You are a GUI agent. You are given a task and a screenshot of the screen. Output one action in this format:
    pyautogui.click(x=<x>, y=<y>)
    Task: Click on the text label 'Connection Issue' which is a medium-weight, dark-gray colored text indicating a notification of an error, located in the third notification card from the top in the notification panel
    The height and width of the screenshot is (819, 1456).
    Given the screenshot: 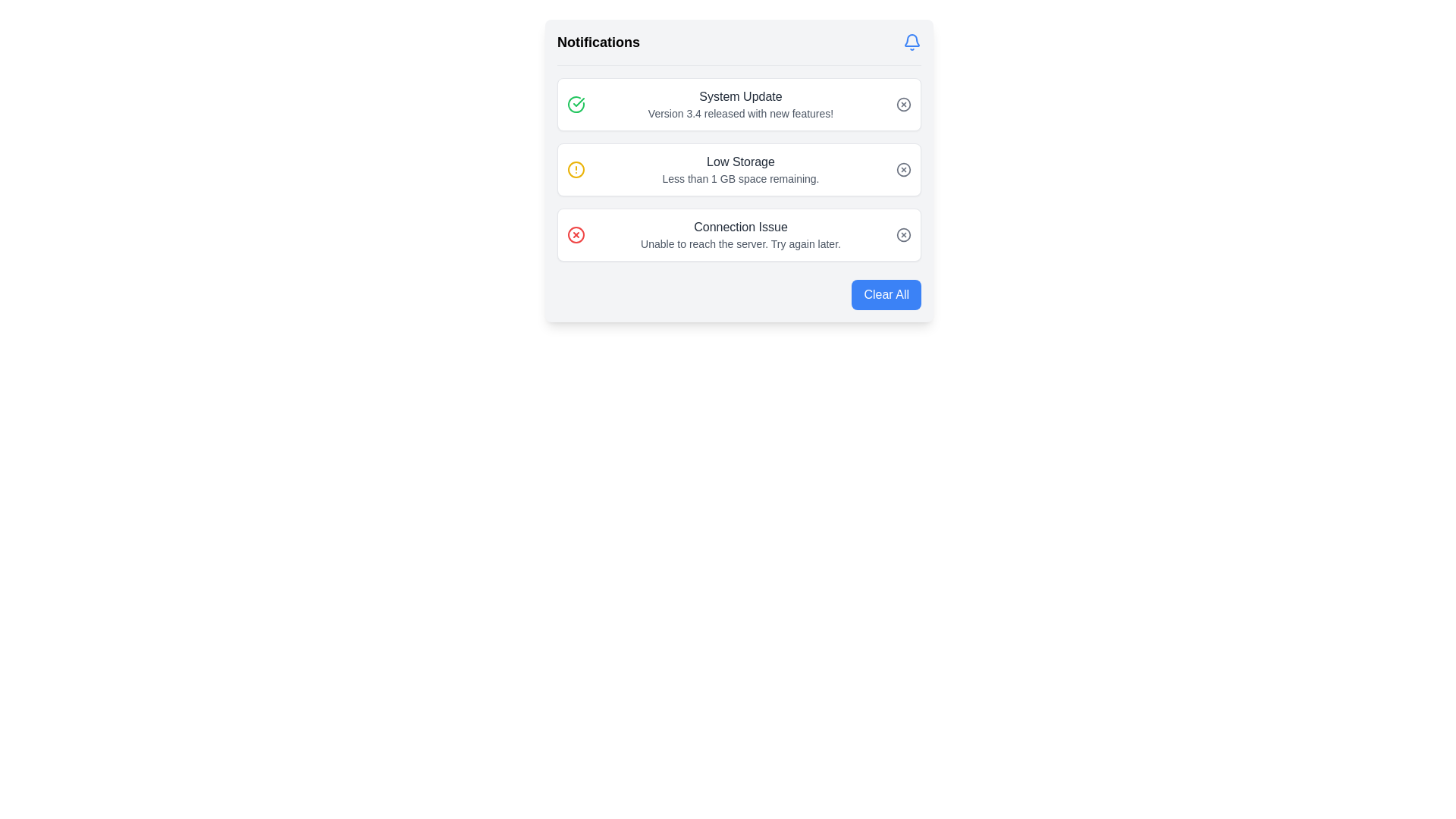 What is the action you would take?
    pyautogui.click(x=741, y=227)
    